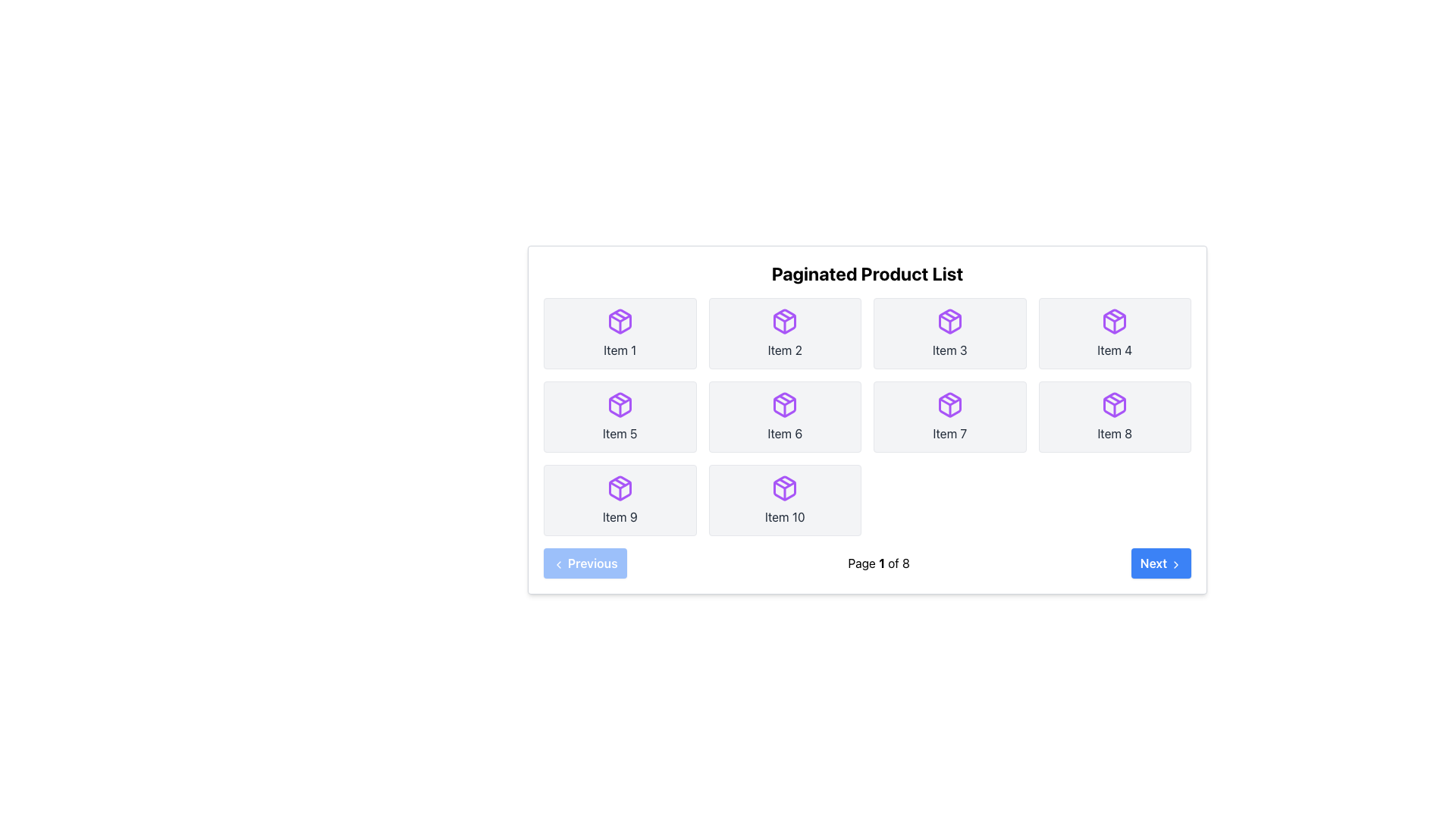 Image resolution: width=1456 pixels, height=819 pixels. What do you see at coordinates (620, 321) in the screenshot?
I see `the decorative icon representing 'Item 1' located in the first row and first column of the 'Paginated Product List'` at bounding box center [620, 321].